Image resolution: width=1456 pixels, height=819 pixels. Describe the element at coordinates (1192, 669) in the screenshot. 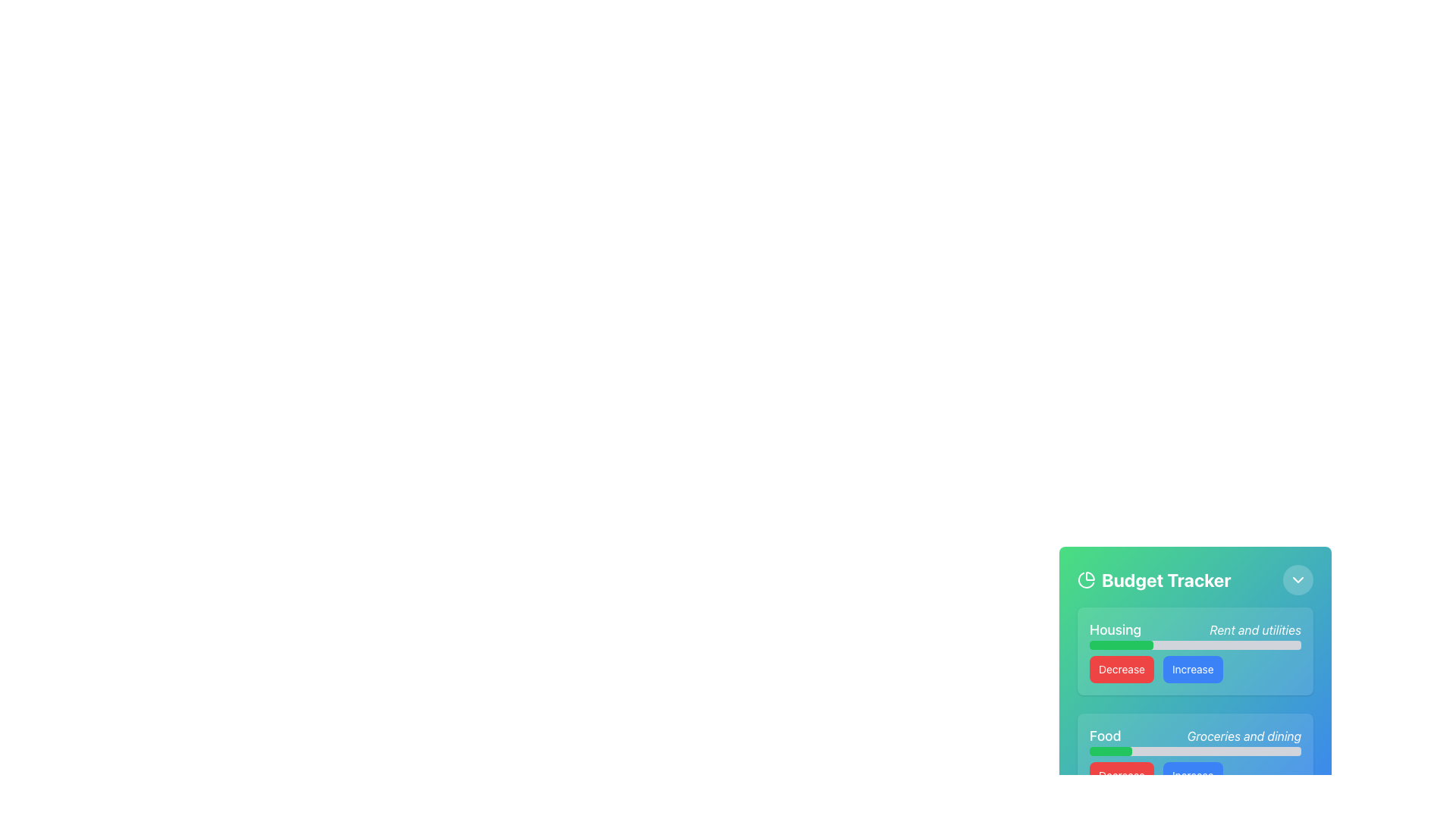

I see `the 'Increase' button with a blue background and white text` at that location.